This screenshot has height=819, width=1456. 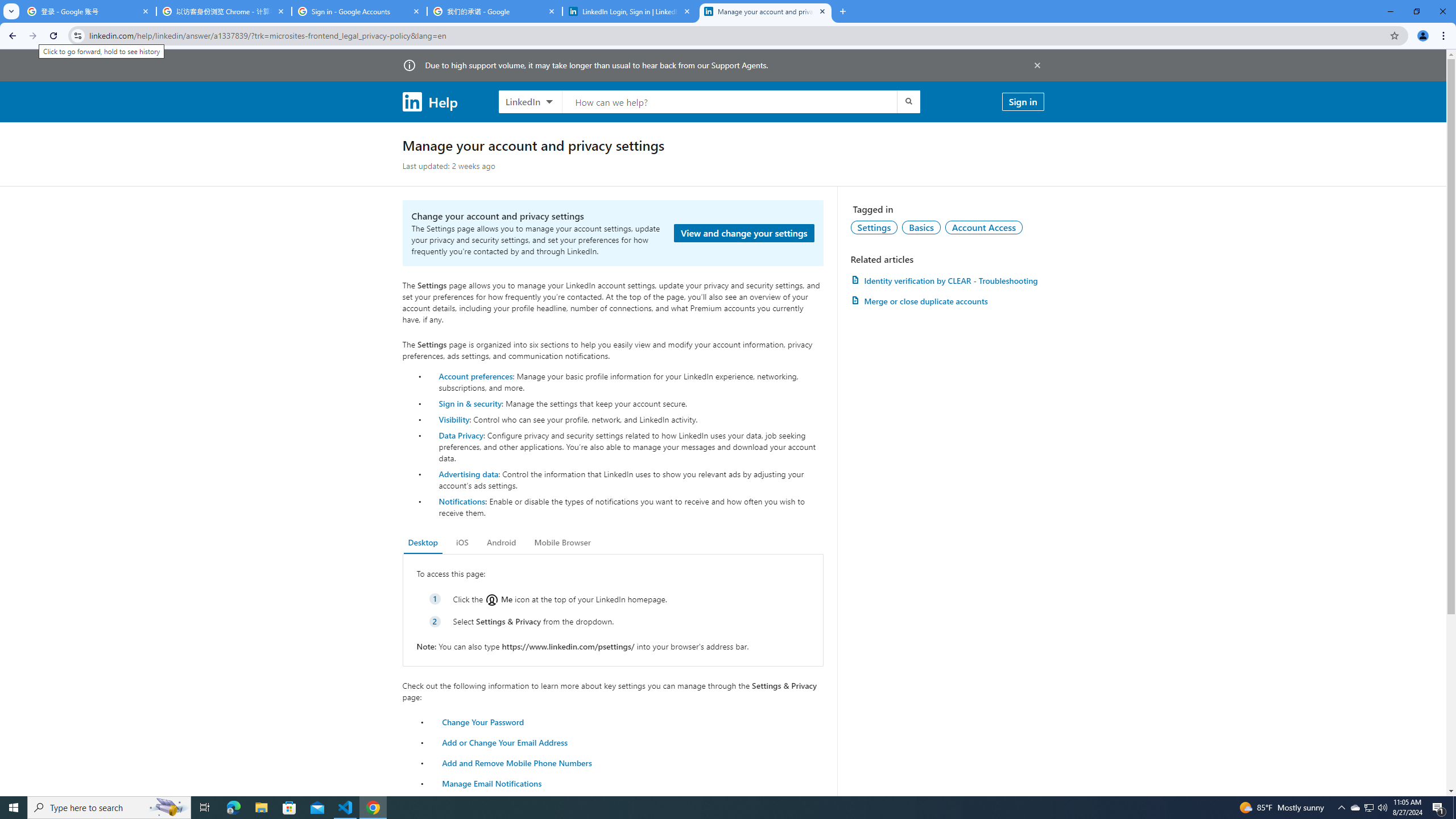 I want to click on 'iOS', so click(x=461, y=542).